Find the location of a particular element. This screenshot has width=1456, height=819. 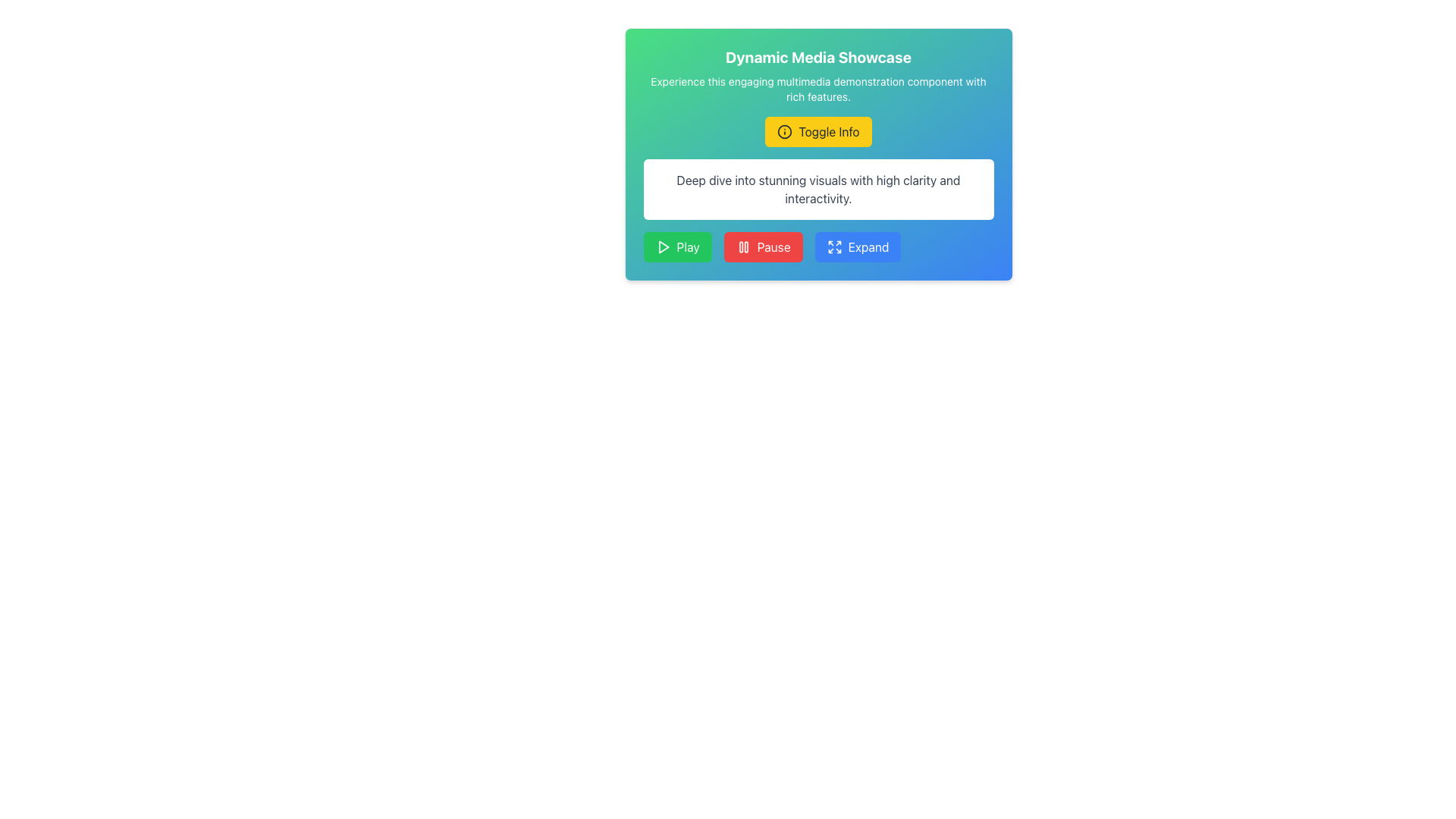

the text label that reads 'Deep dive into stunning visuals with high clarity and interactivity.' which is centered within a white rectangular background is located at coordinates (817, 189).